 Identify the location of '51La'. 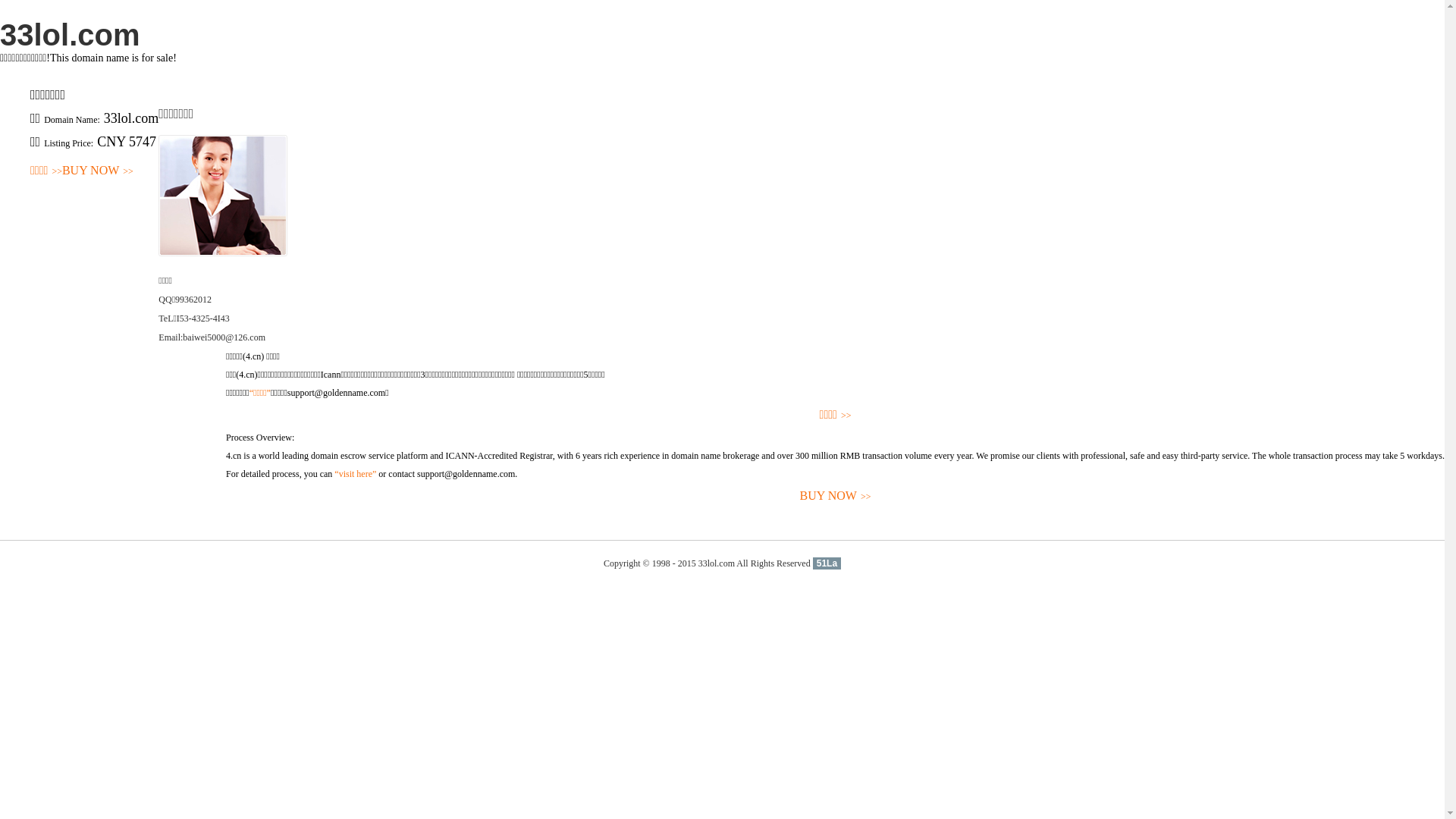
(826, 563).